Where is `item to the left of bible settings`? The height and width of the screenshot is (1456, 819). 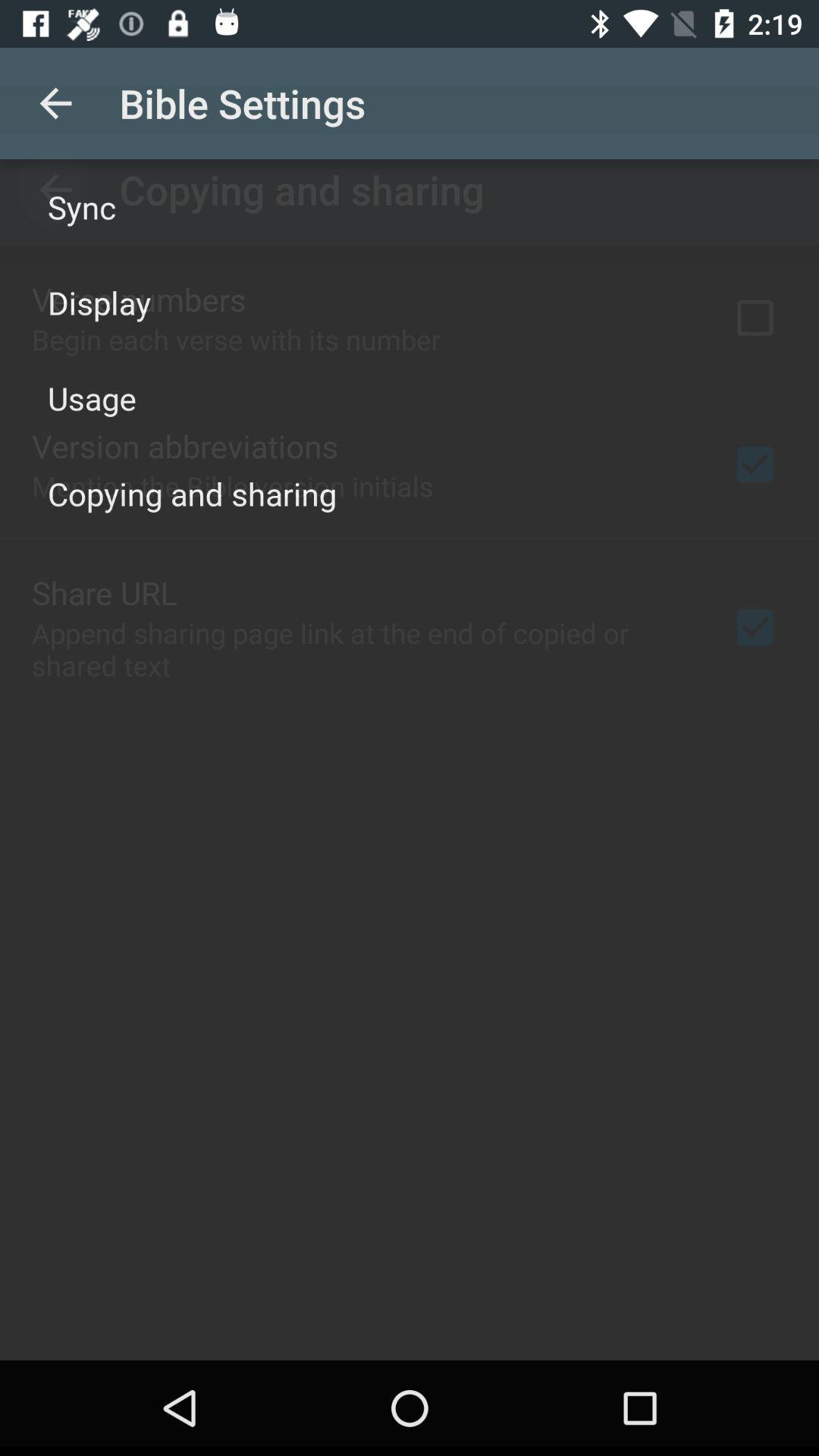
item to the left of bible settings is located at coordinates (55, 102).